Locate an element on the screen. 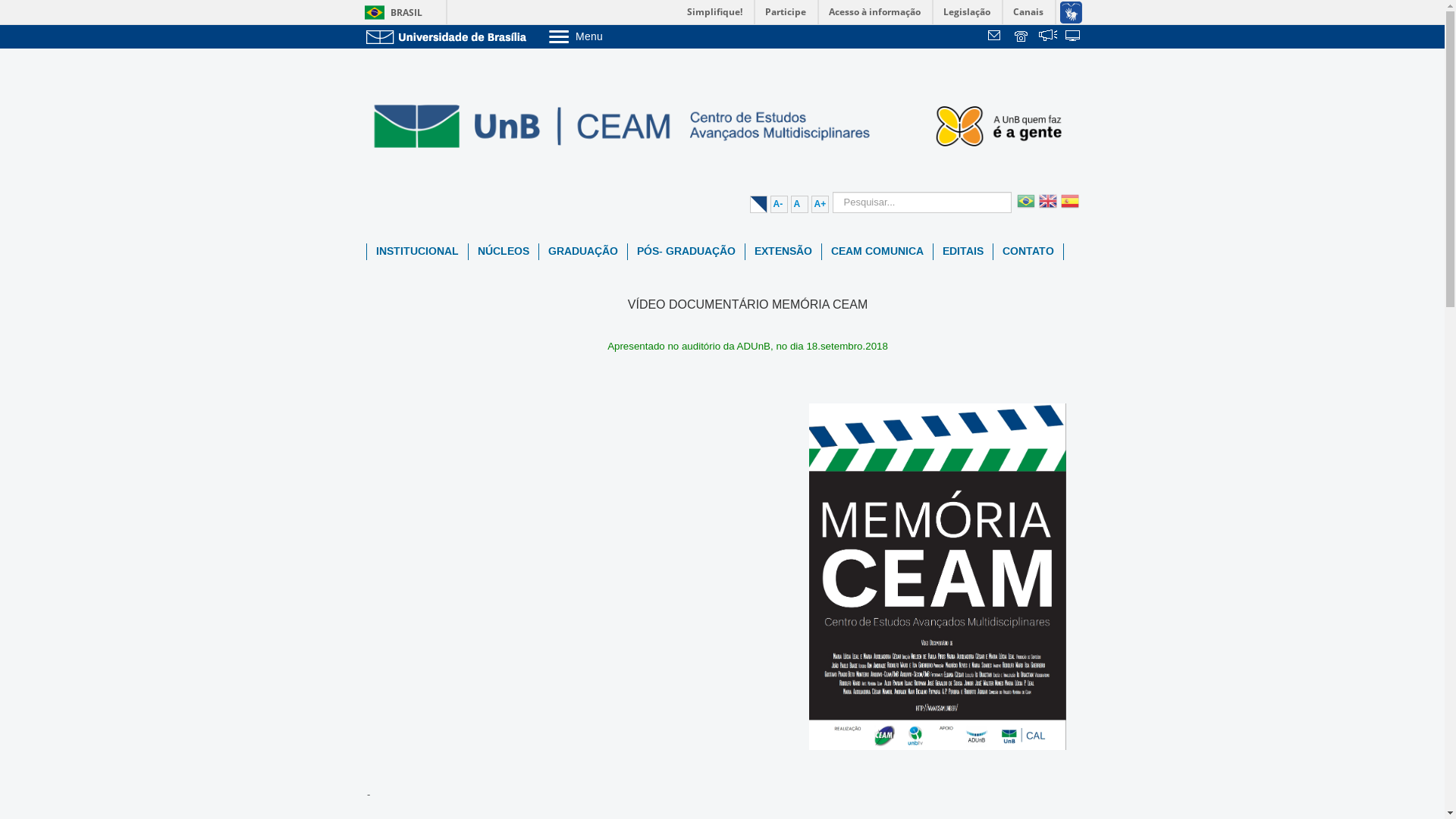 Image resolution: width=1456 pixels, height=819 pixels. 'English' is located at coordinates (1044, 210).